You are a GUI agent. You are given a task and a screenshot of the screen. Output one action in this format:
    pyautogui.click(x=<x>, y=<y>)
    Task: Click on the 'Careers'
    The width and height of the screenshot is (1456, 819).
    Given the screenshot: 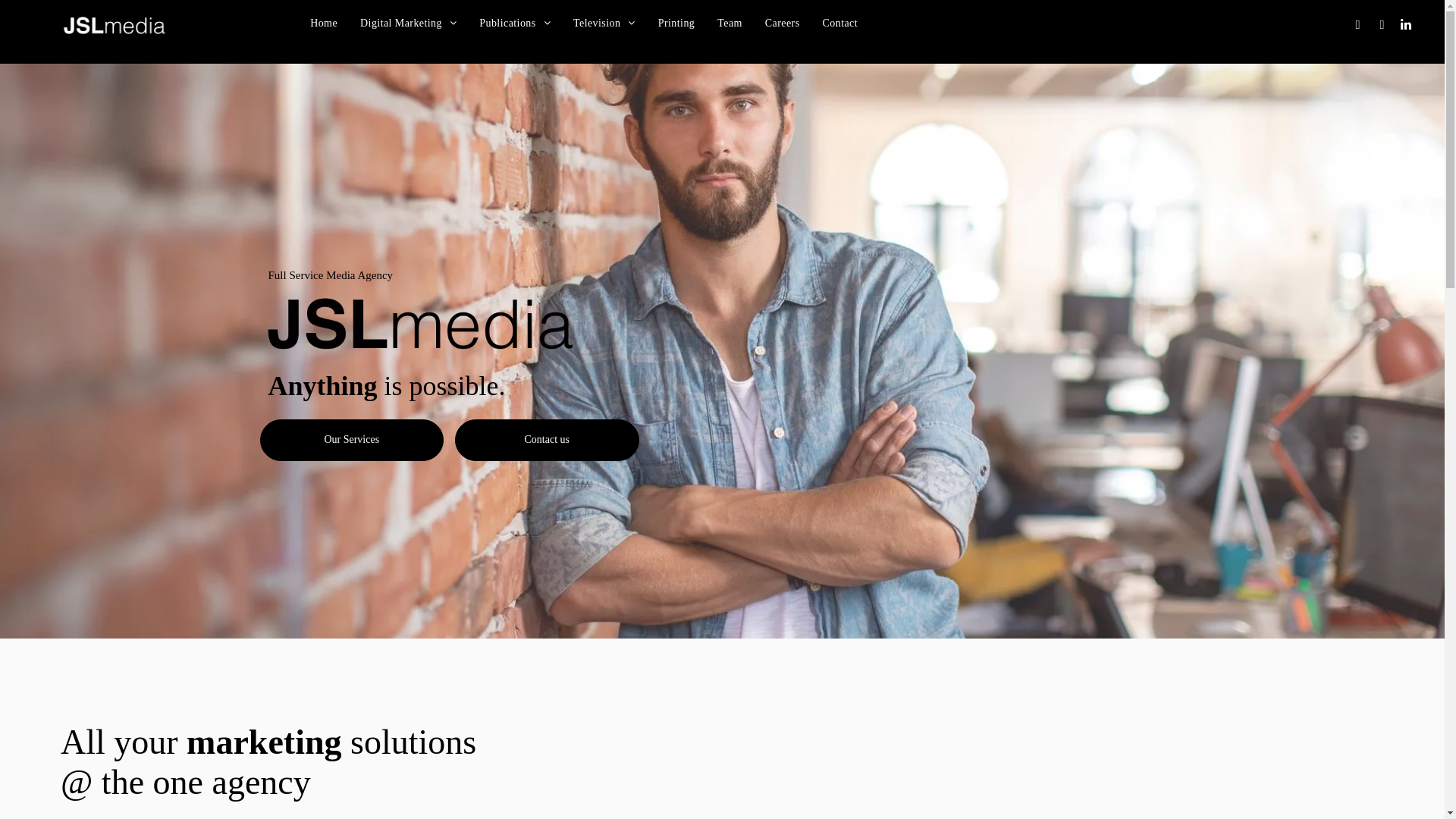 What is the action you would take?
    pyautogui.click(x=783, y=23)
    